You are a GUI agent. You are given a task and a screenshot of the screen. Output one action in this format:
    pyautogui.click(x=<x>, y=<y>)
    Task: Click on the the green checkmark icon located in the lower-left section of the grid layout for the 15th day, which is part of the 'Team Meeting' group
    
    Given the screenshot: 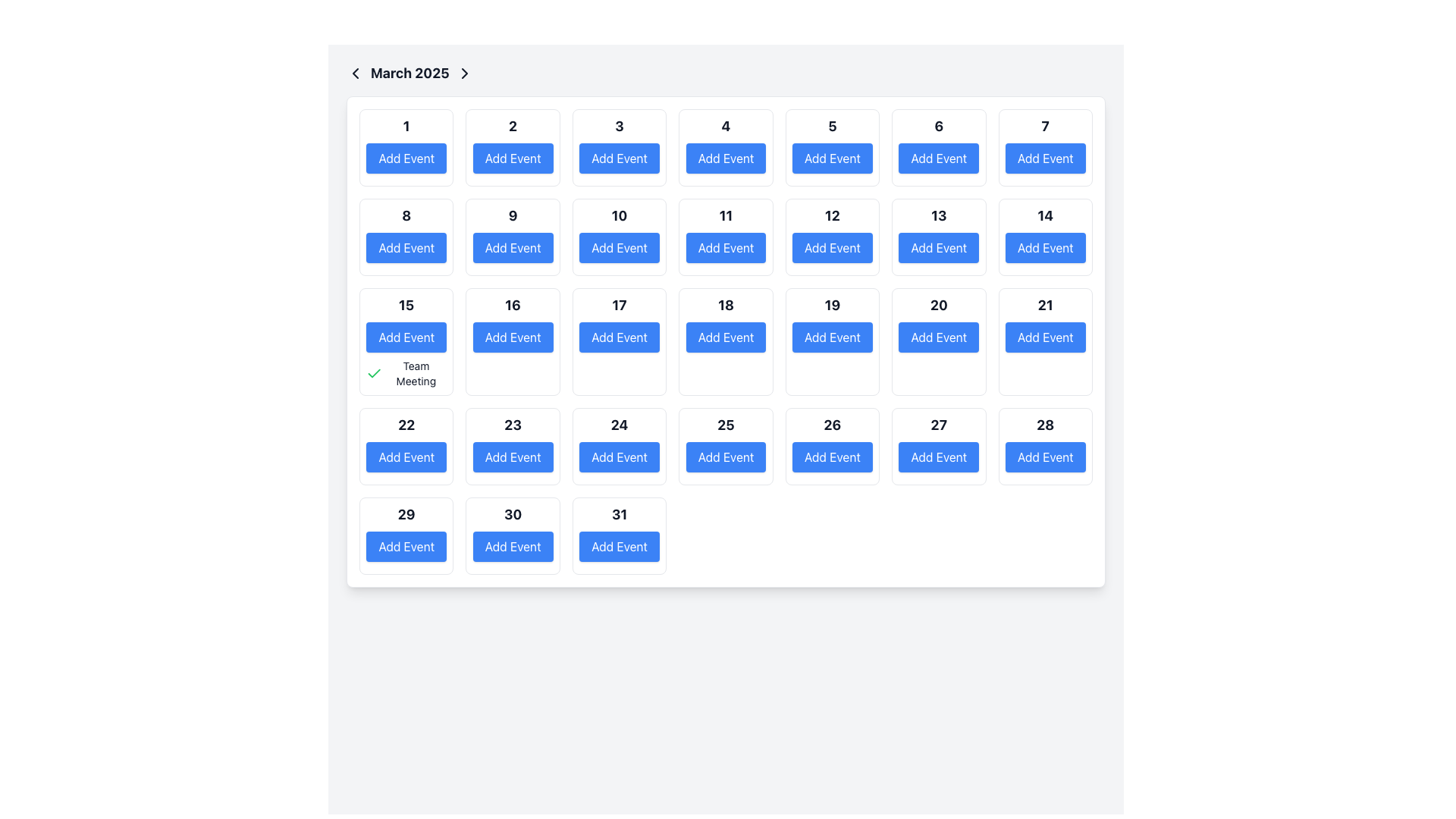 What is the action you would take?
    pyautogui.click(x=374, y=374)
    